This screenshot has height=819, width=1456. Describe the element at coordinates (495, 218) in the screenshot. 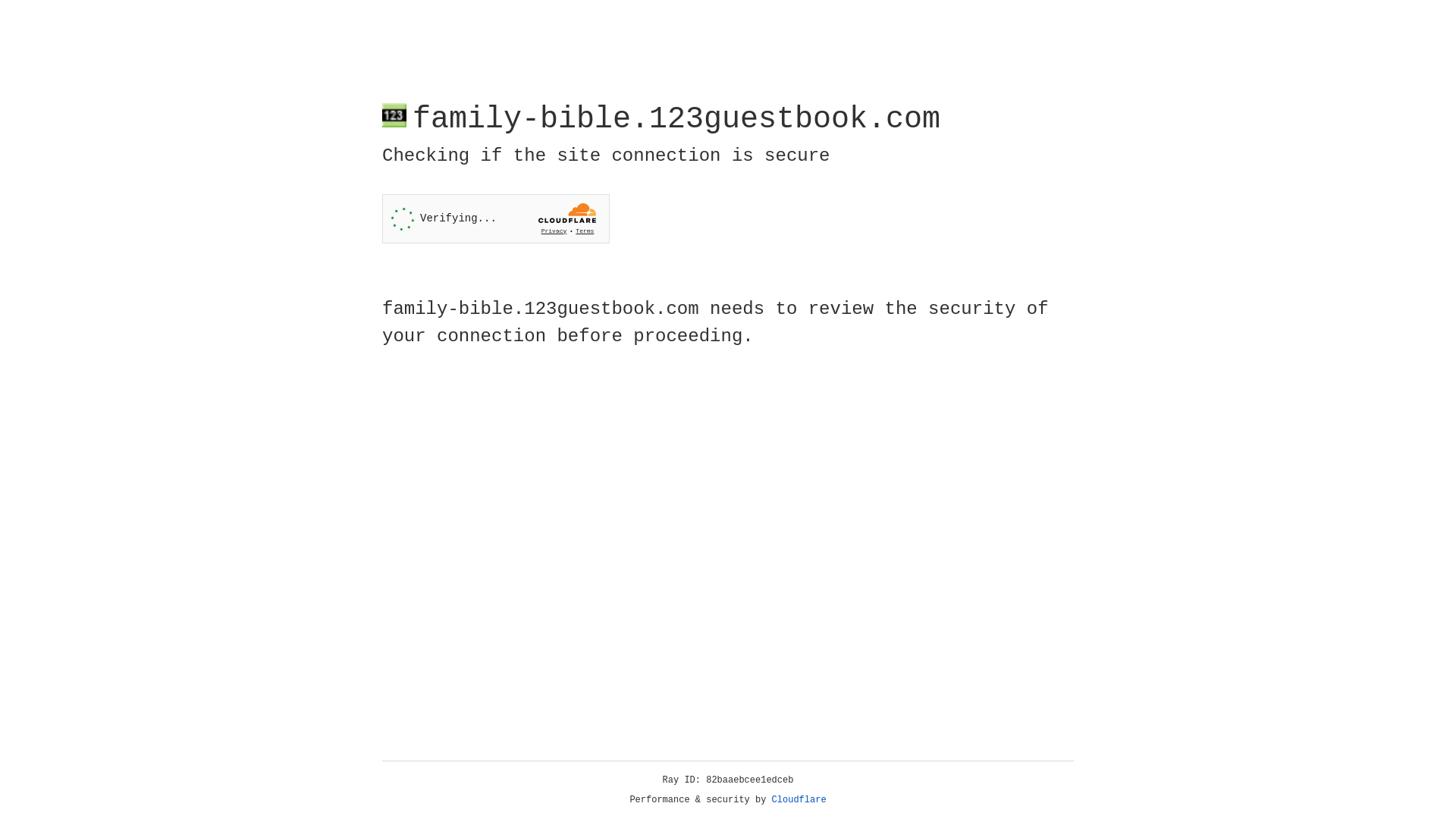

I see `'Widget containing a Cloudflare security challenge'` at that location.